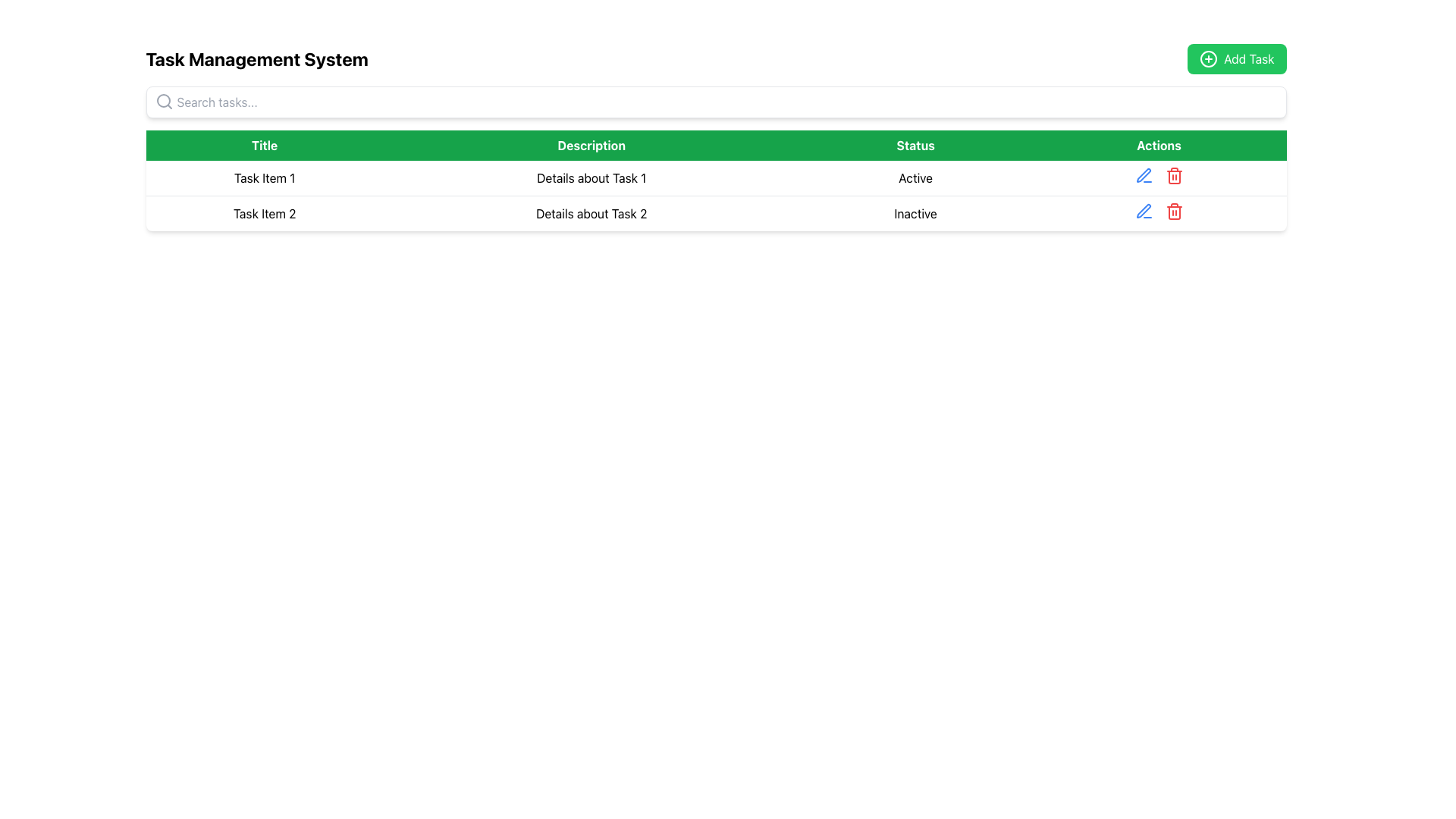 This screenshot has height=819, width=1456. What do you see at coordinates (591, 146) in the screenshot?
I see `the text label containing the word 'Description', which is styled in white text on a green background and is located in the second column of a table header` at bounding box center [591, 146].